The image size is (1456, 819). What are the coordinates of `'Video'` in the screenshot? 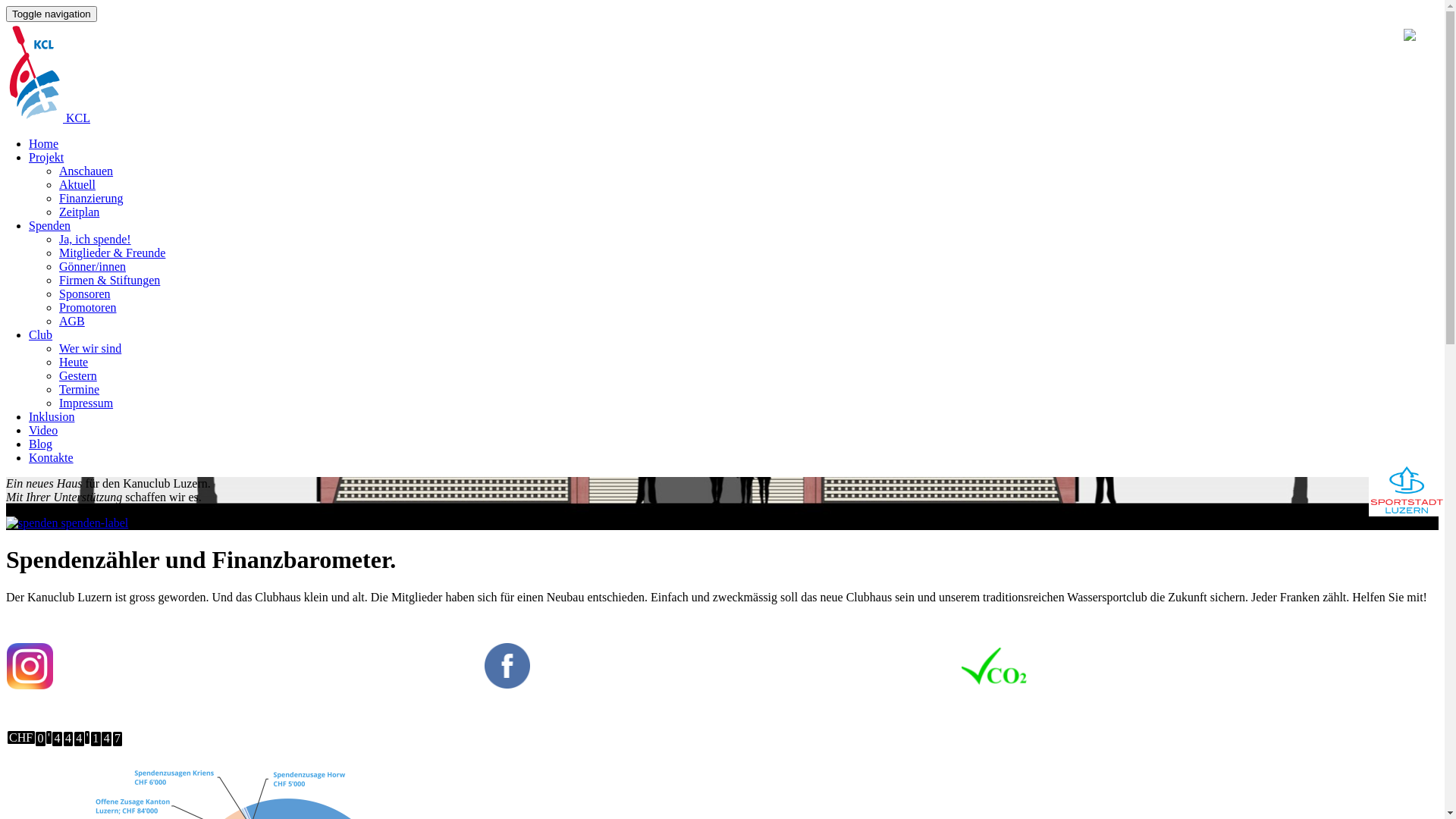 It's located at (43, 430).